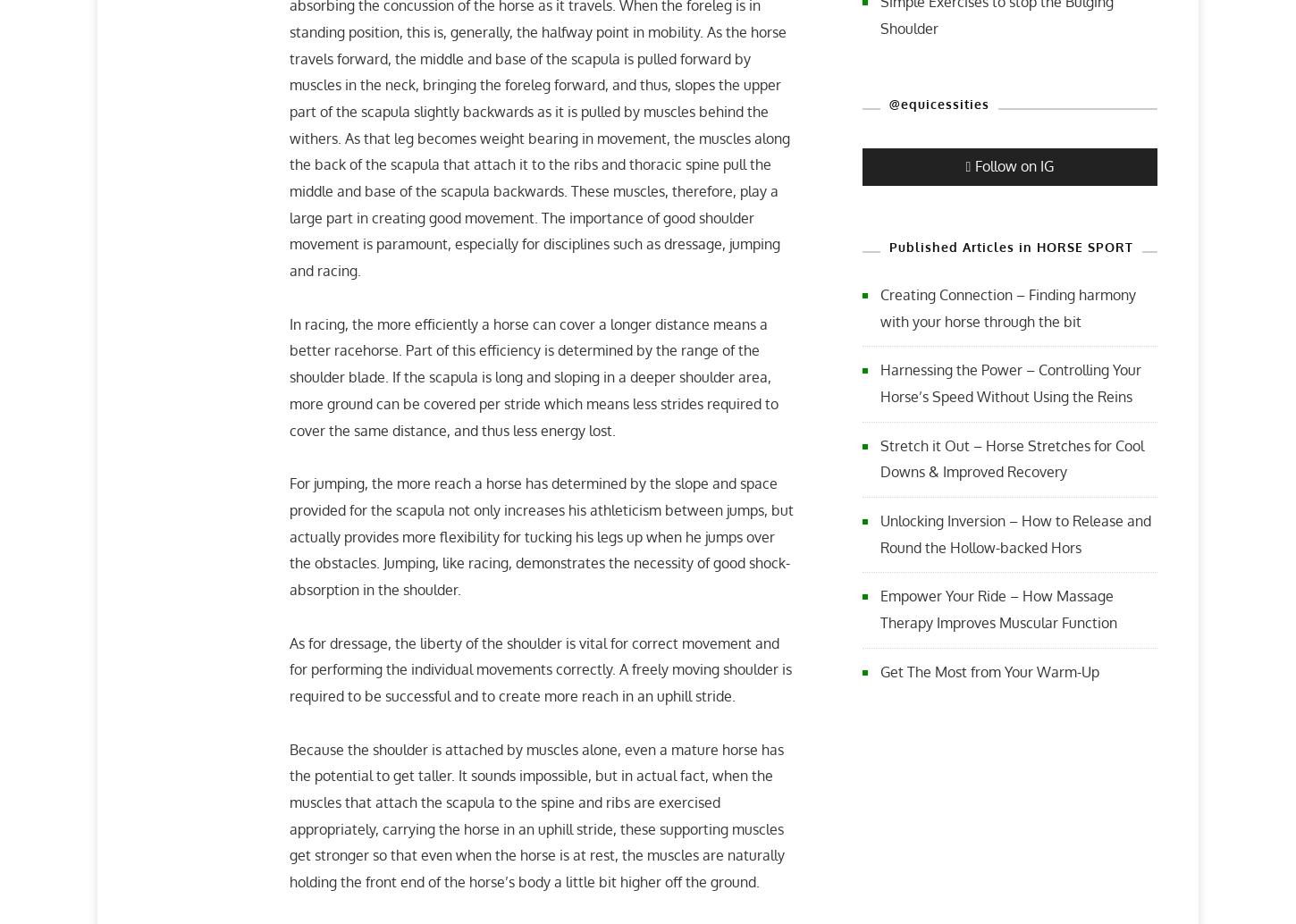 The image size is (1296, 924). I want to click on 'Stretch it Out – Horse Stretches for Cool Downs & Improved Recovery', so click(1011, 457).